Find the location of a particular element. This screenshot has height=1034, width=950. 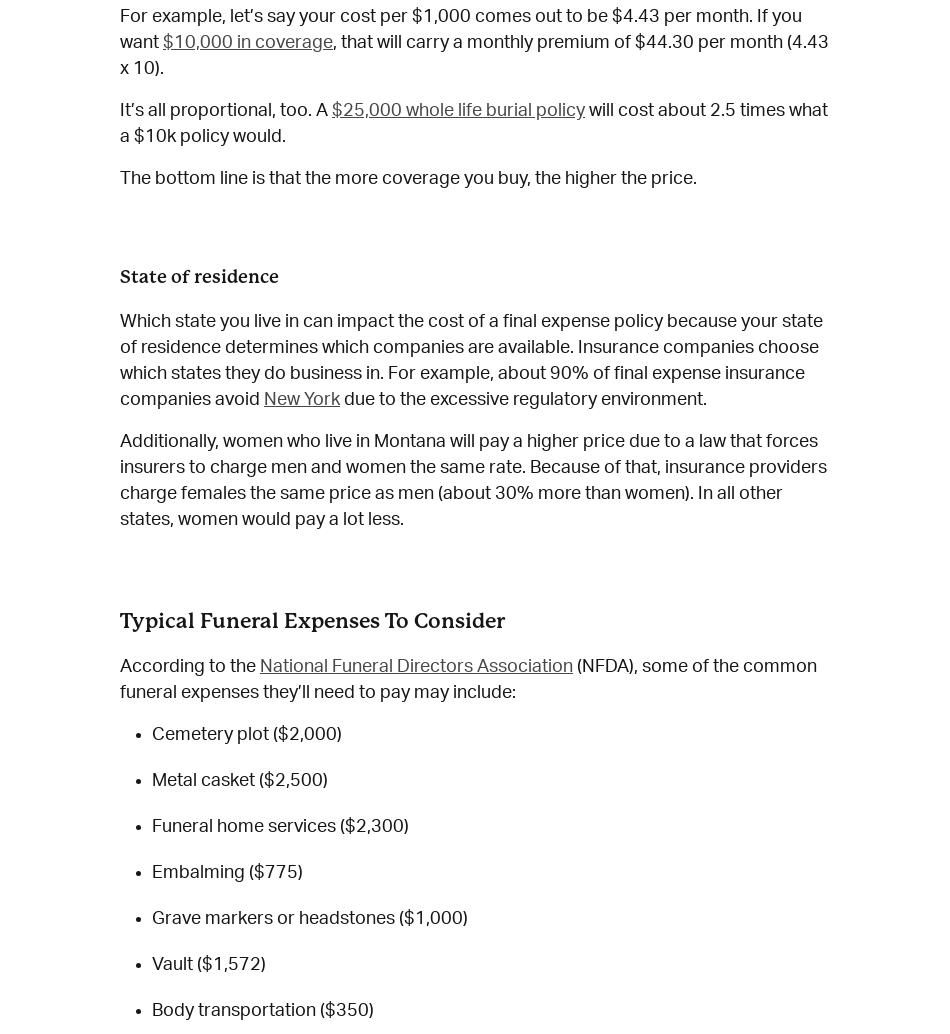

'National Funeral Directors Association' is located at coordinates (259, 667).